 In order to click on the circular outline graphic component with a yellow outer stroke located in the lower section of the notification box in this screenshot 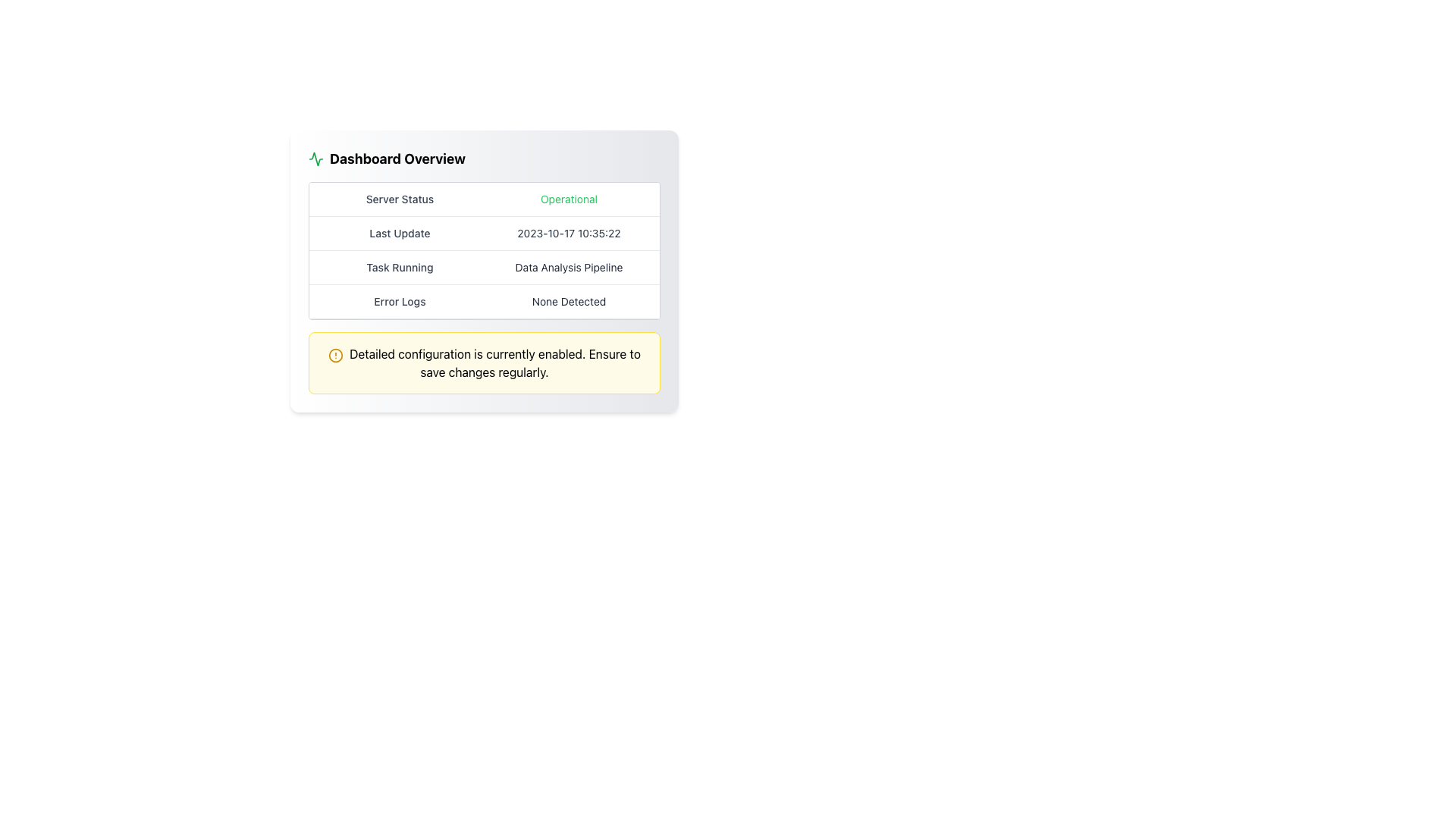, I will do `click(334, 355)`.